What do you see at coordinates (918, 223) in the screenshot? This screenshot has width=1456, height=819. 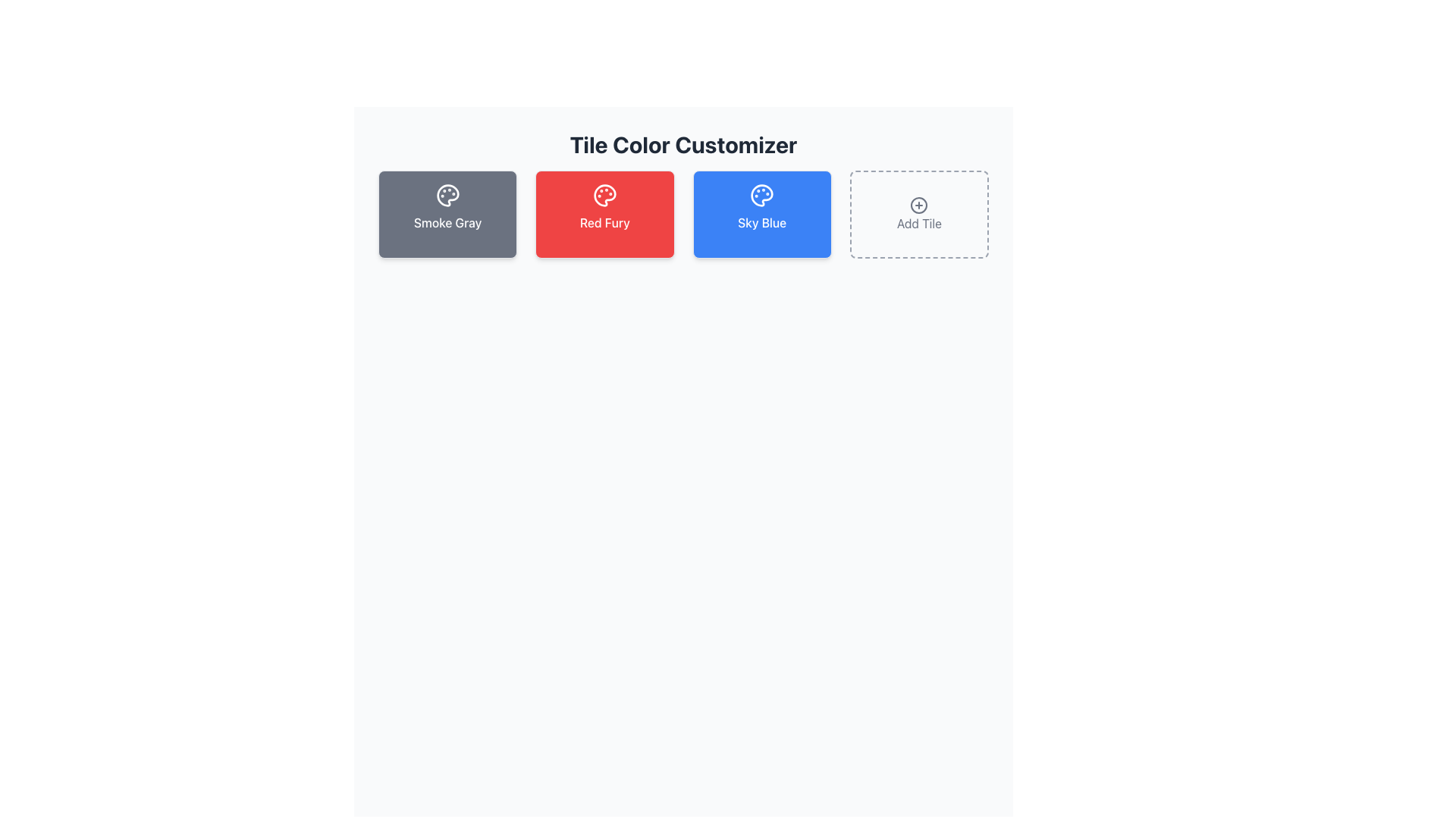 I see `the 'Add Tile' text label located within the light gray dashed rectangular box, which is the fourth in a horizontal row of tiles on the far right` at bounding box center [918, 223].